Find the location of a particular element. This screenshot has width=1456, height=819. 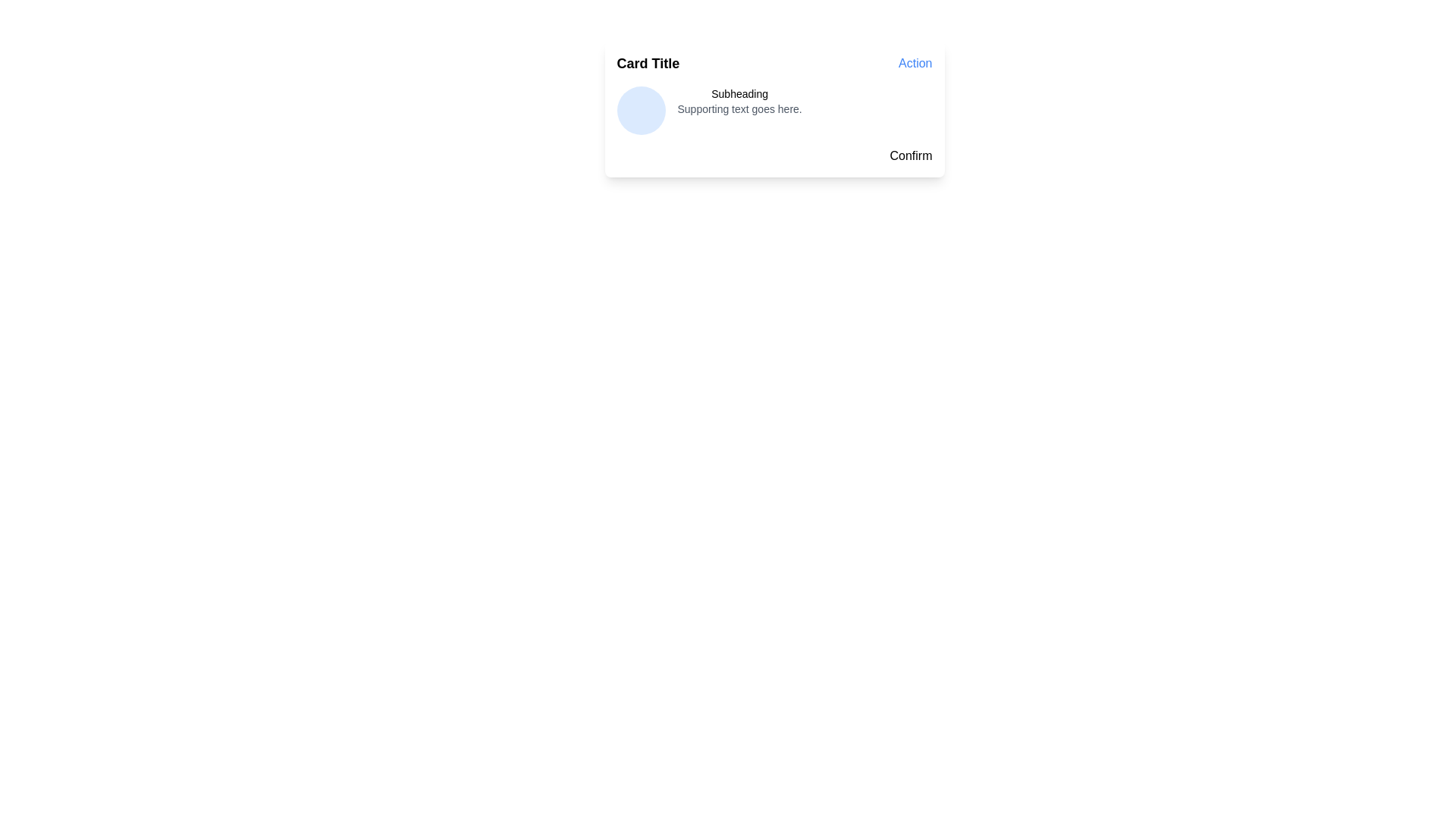

the confirm button located in the bottom-right corner of the card interface to confirm the action or selection made is located at coordinates (910, 155).